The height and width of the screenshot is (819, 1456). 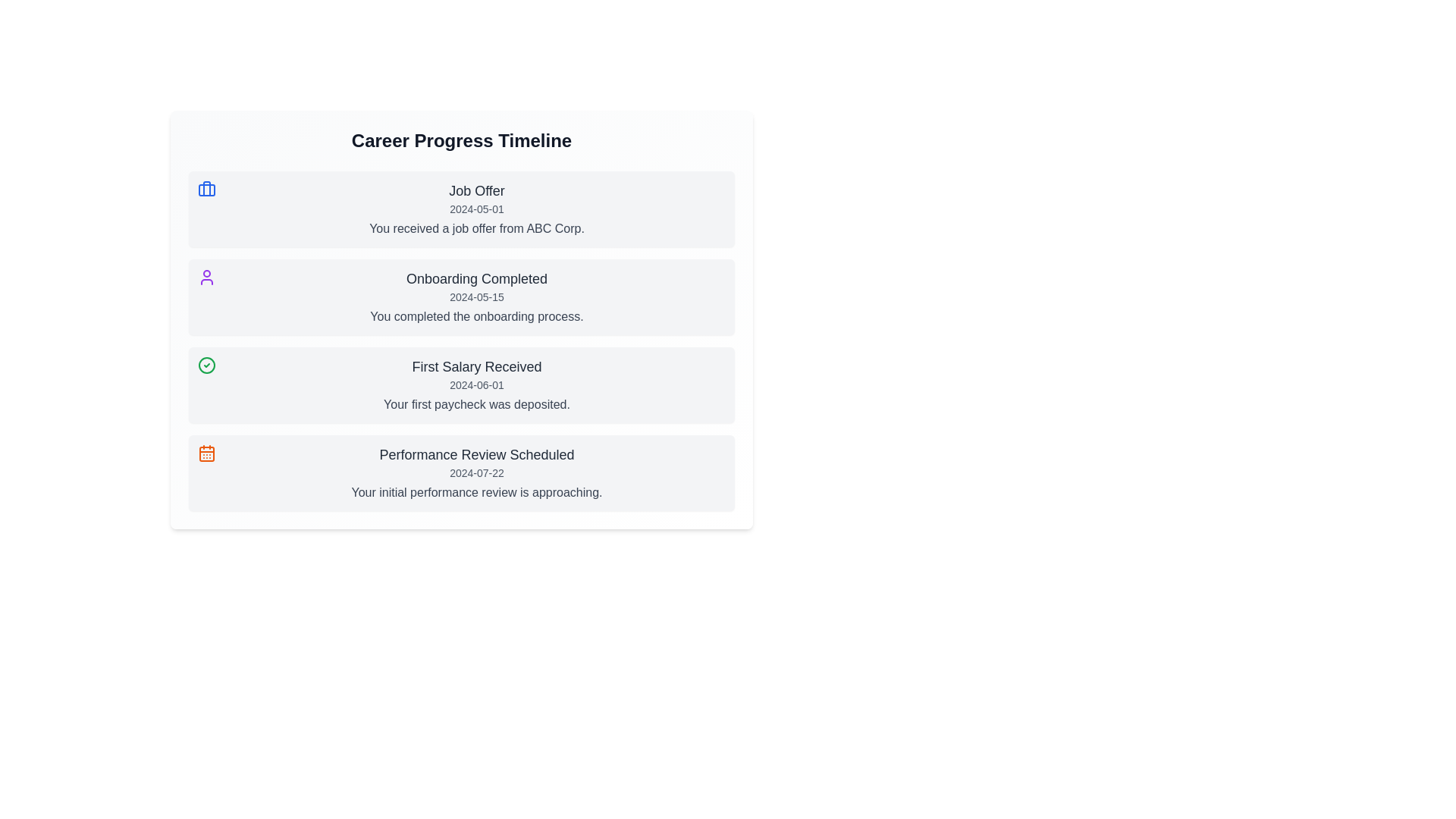 What do you see at coordinates (461, 472) in the screenshot?
I see `the Informative Card titled 'Performance Review Scheduled' which is the fourth card in the 'Career Progress Timeline' interface` at bounding box center [461, 472].